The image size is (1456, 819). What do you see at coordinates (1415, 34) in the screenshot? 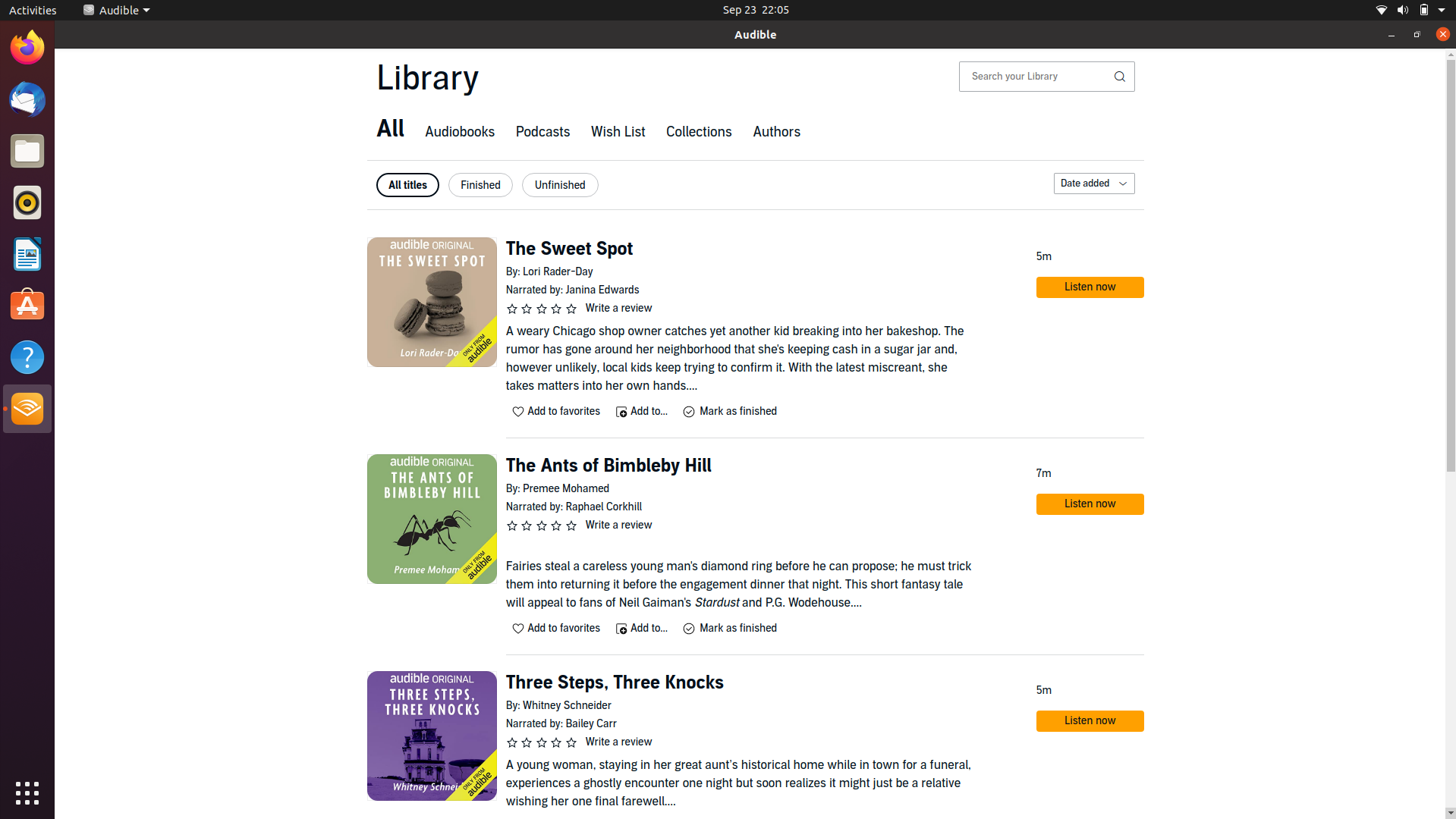
I see `Enlarge the window to full screen` at bounding box center [1415, 34].